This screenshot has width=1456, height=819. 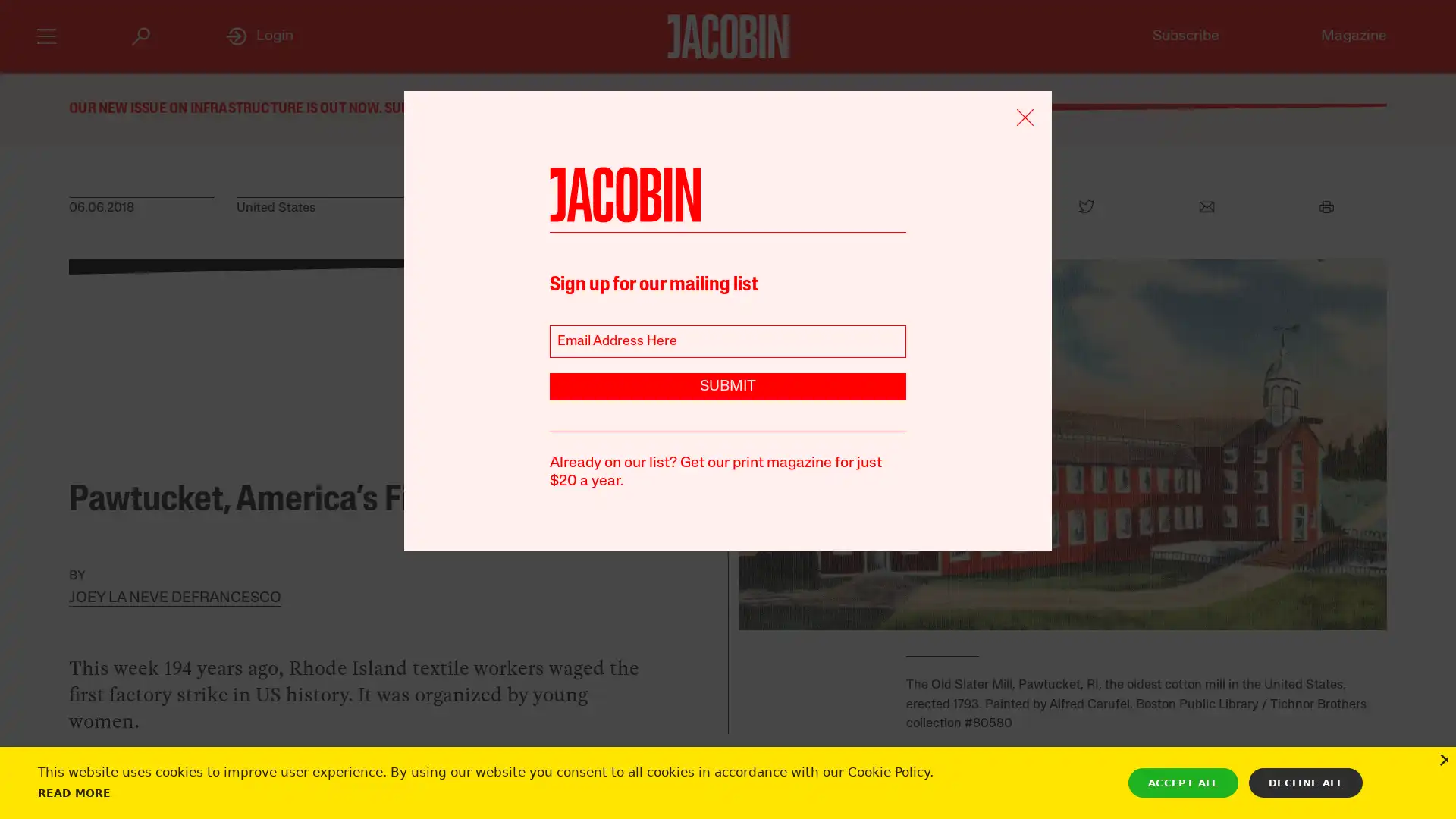 I want to click on Remove Icon, so click(x=1025, y=119).